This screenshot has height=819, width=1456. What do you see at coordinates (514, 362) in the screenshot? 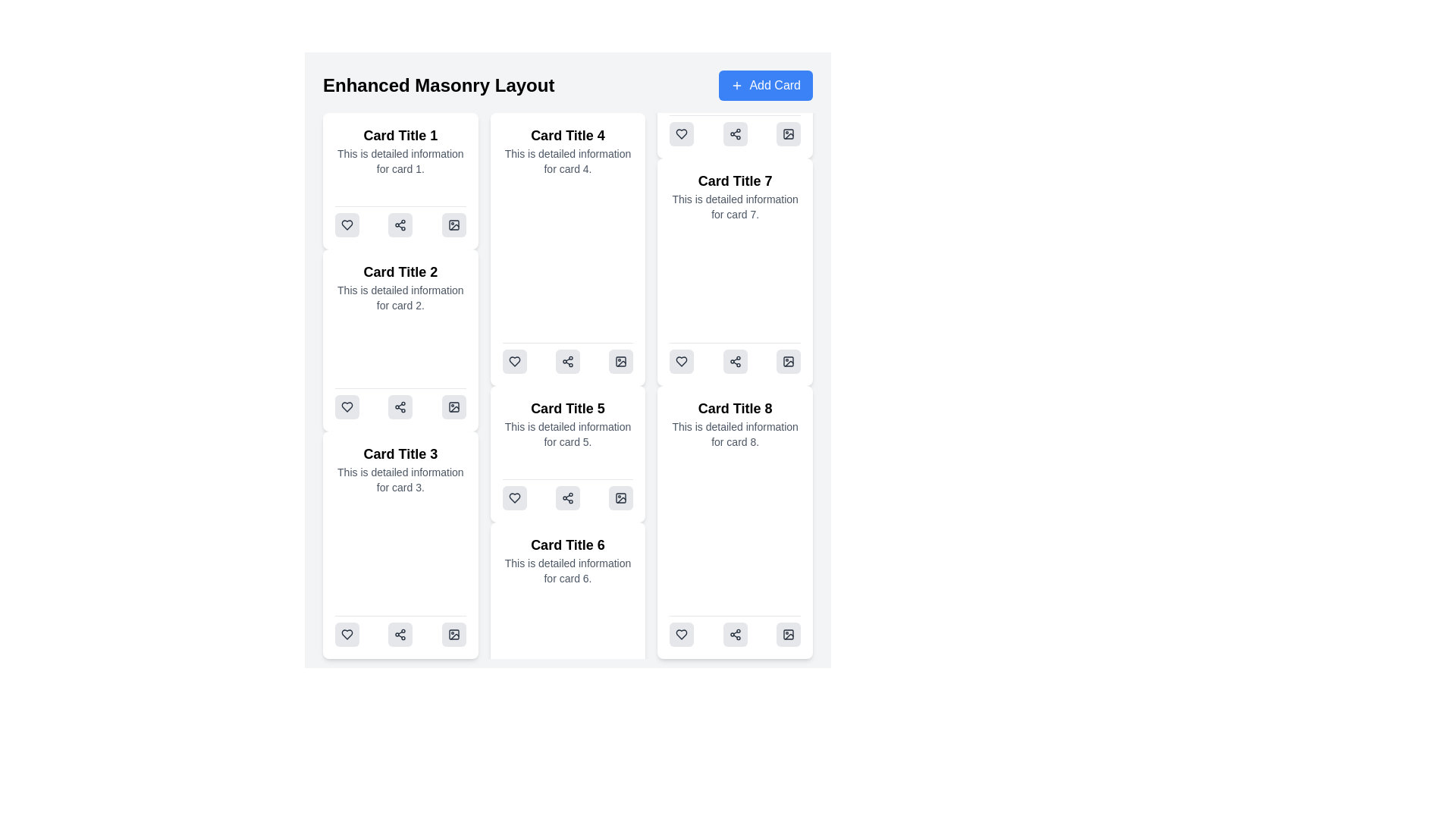
I see `the heart-shaped icon button located at the bottom-left of 'Card Title 5'` at bounding box center [514, 362].